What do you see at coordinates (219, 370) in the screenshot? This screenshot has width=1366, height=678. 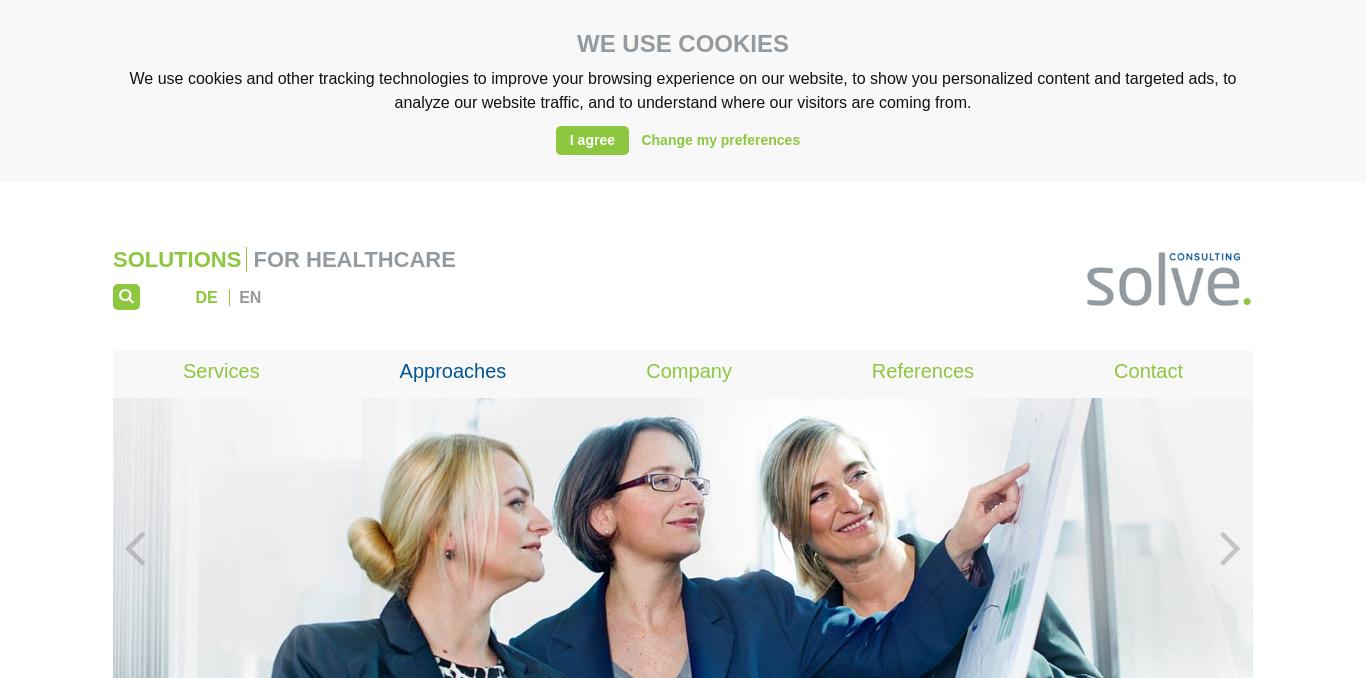 I see `'Services'` at bounding box center [219, 370].